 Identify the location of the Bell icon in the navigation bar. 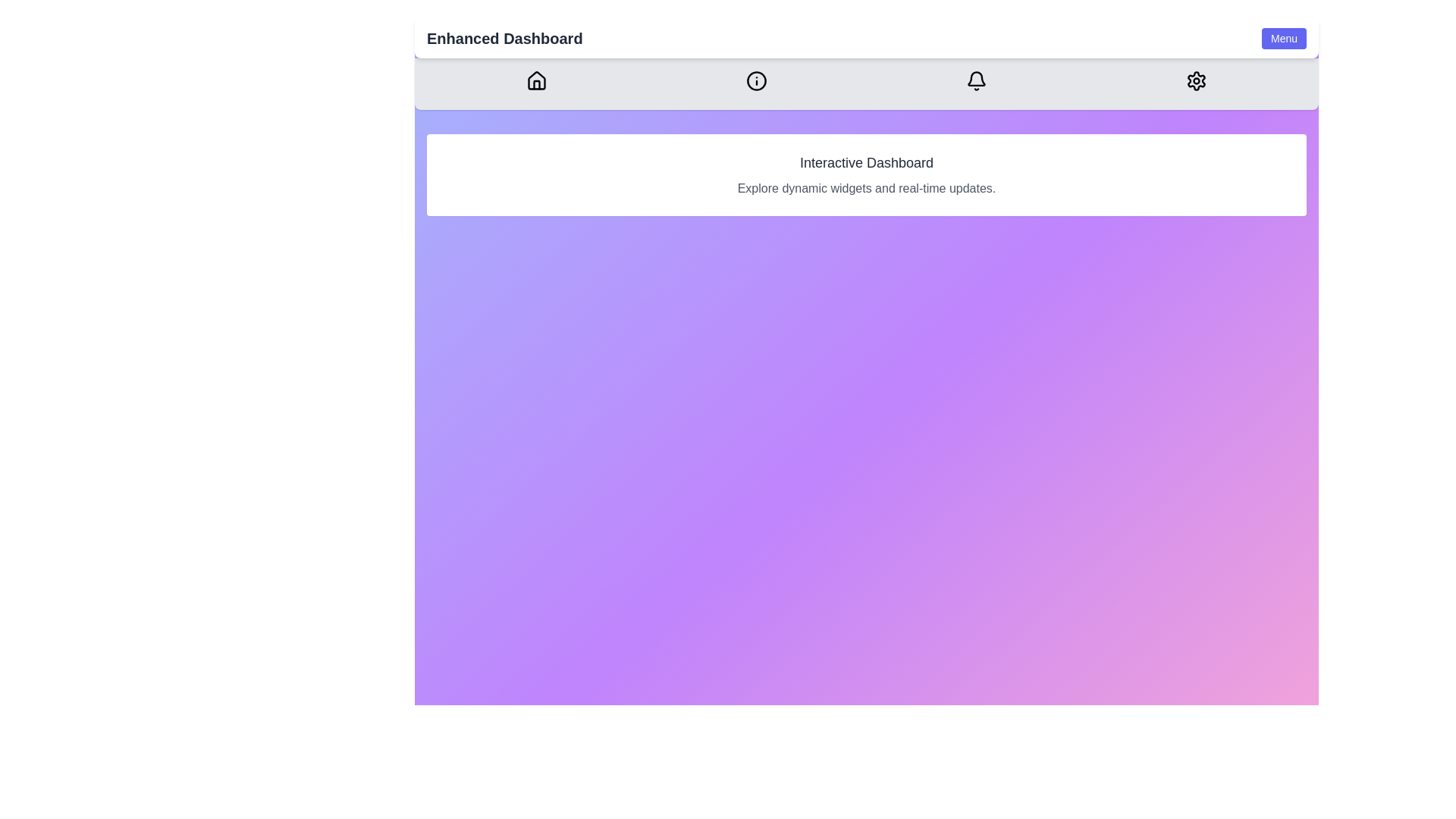
(976, 81).